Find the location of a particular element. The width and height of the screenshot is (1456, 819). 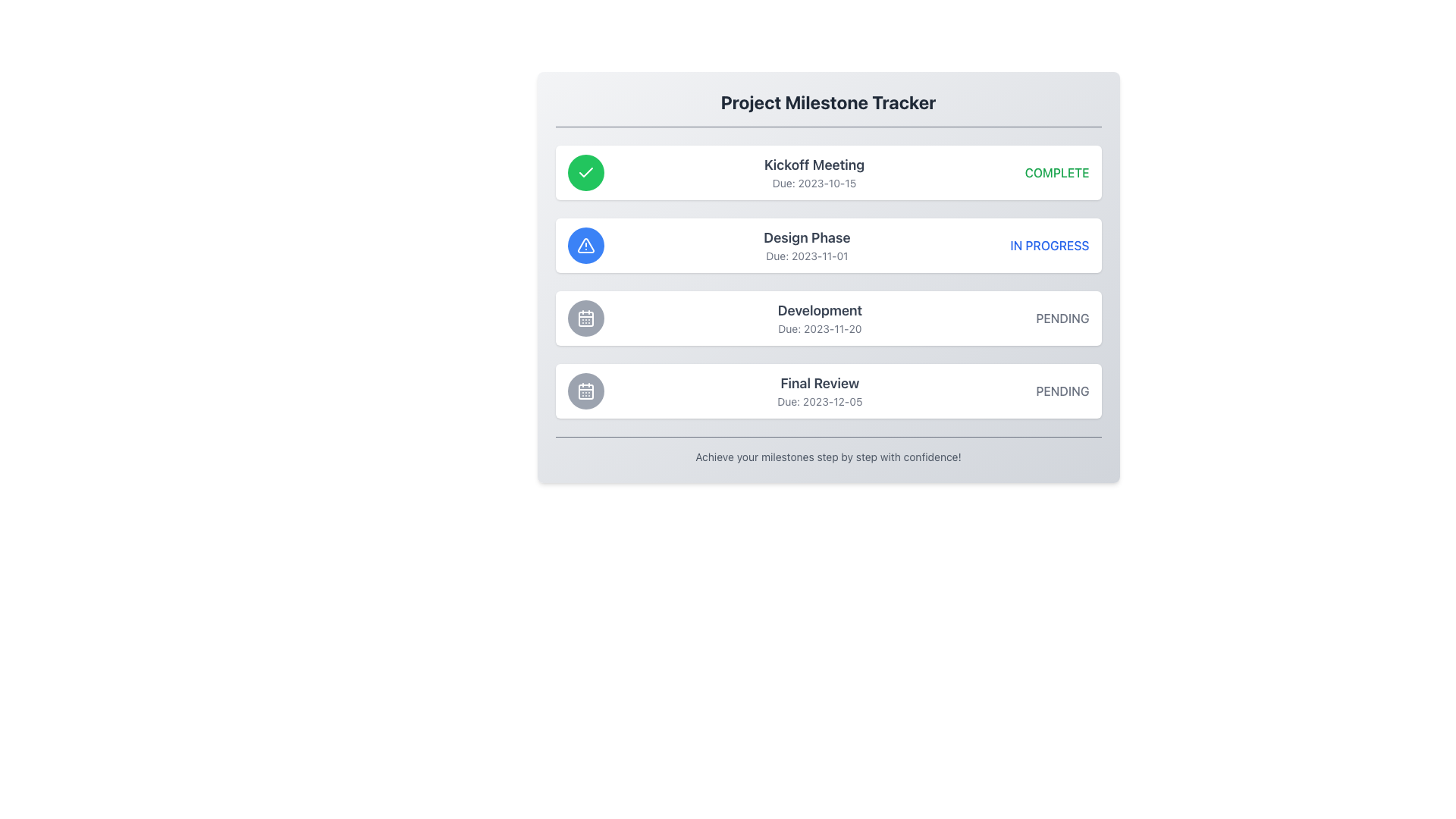

the status indicator text label confirming the completion of the 'Kickoff Meeting' task, which is located to the right of 'Due: 2023-10-15' is located at coordinates (1056, 171).